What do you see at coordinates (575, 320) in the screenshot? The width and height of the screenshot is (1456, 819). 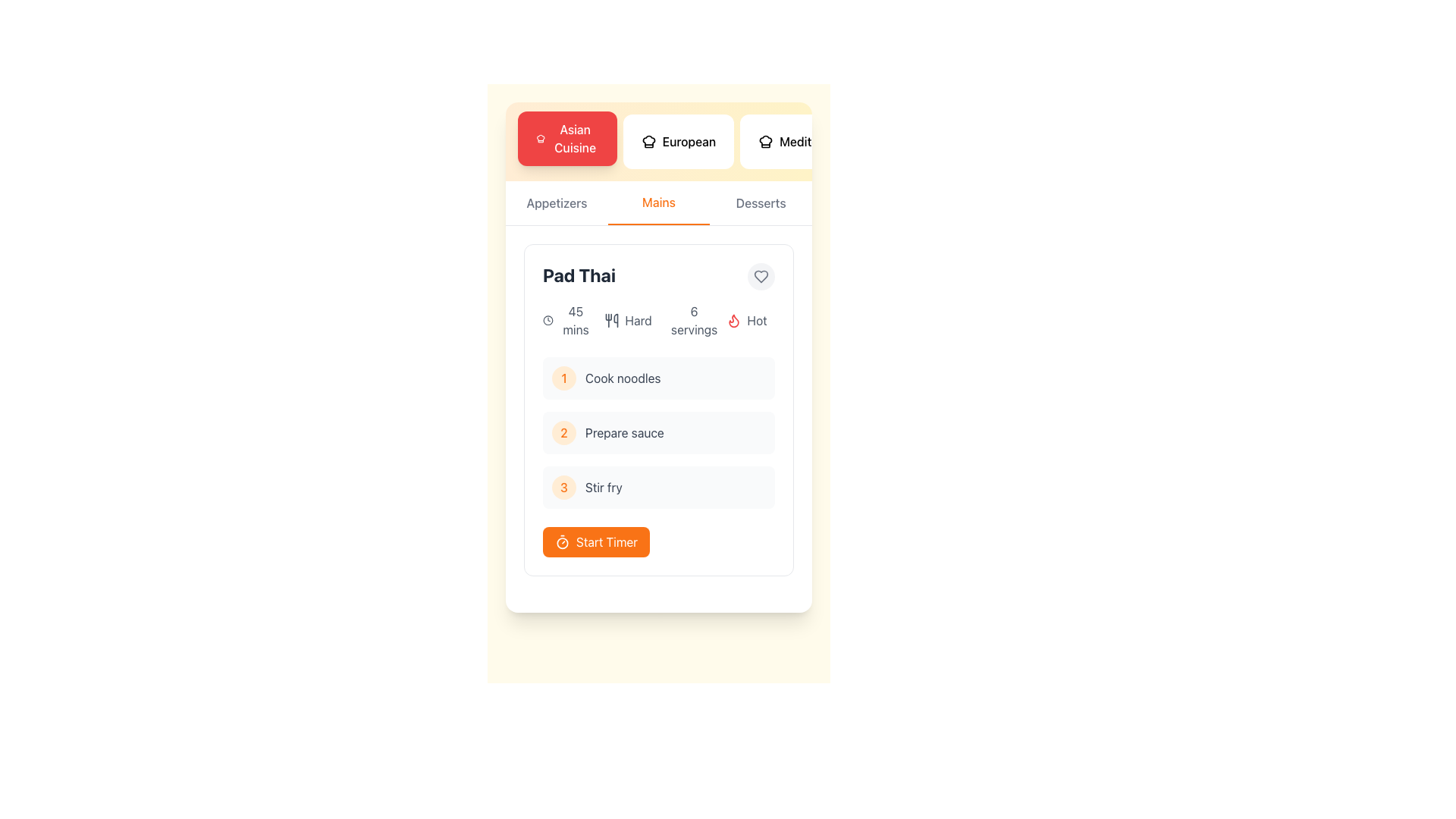 I see `displayed information from the text label showing '45 mins' located at the top-left section of the card, positioned to the right of a clock icon` at bounding box center [575, 320].